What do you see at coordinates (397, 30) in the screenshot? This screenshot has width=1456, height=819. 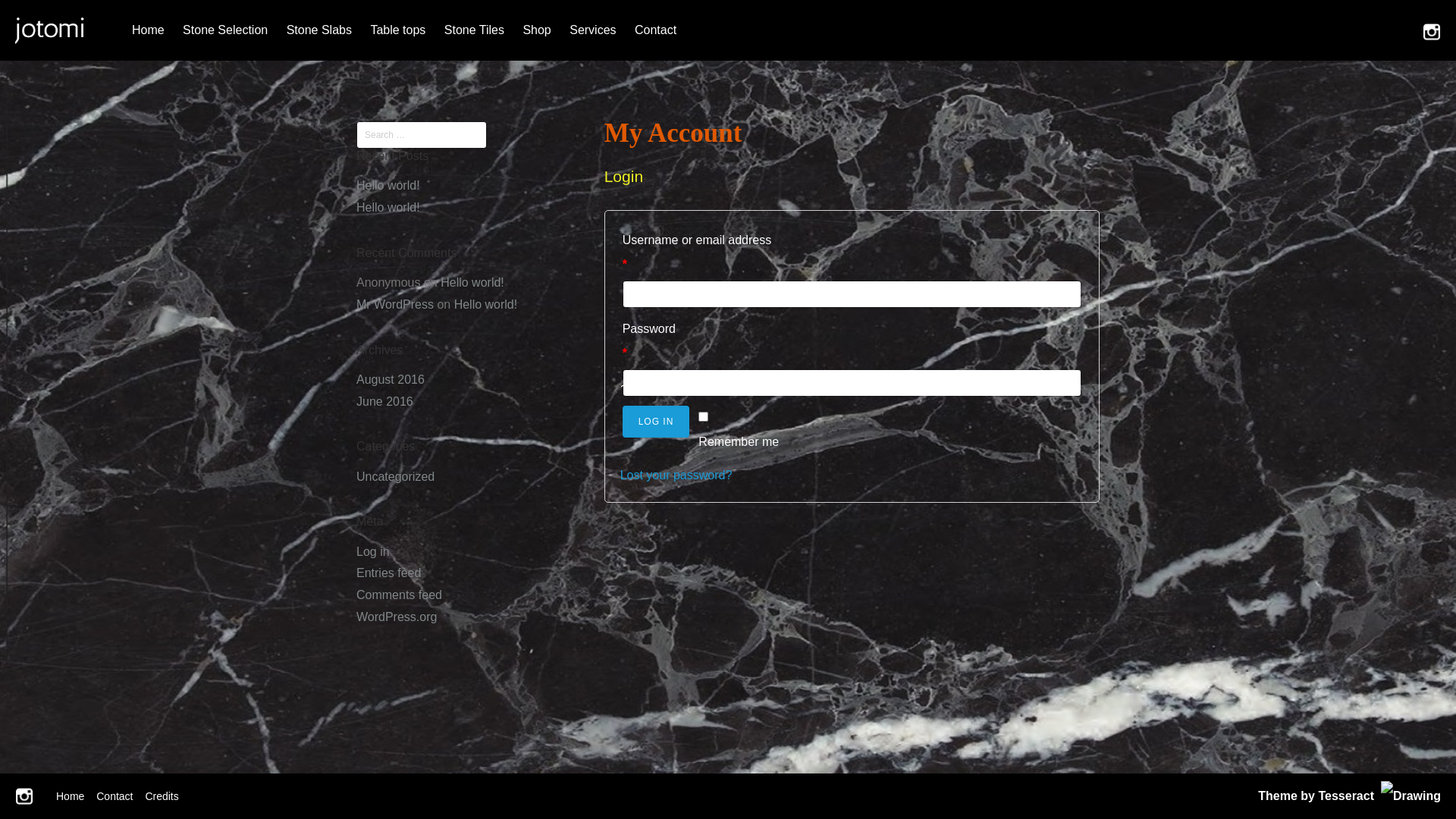 I see `'Table tops'` at bounding box center [397, 30].